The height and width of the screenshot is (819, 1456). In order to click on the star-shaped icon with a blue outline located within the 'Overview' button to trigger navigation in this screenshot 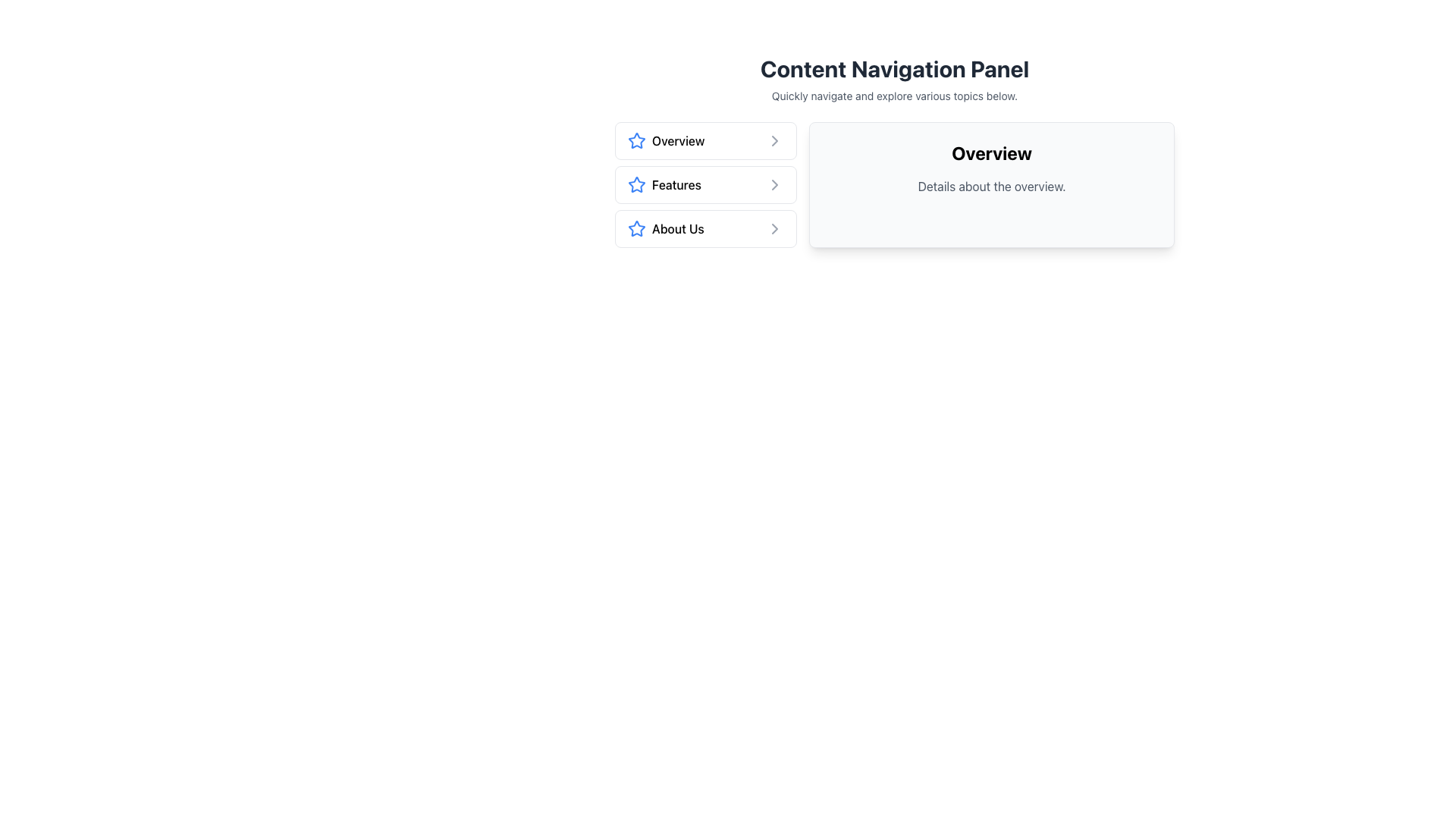, I will do `click(637, 140)`.